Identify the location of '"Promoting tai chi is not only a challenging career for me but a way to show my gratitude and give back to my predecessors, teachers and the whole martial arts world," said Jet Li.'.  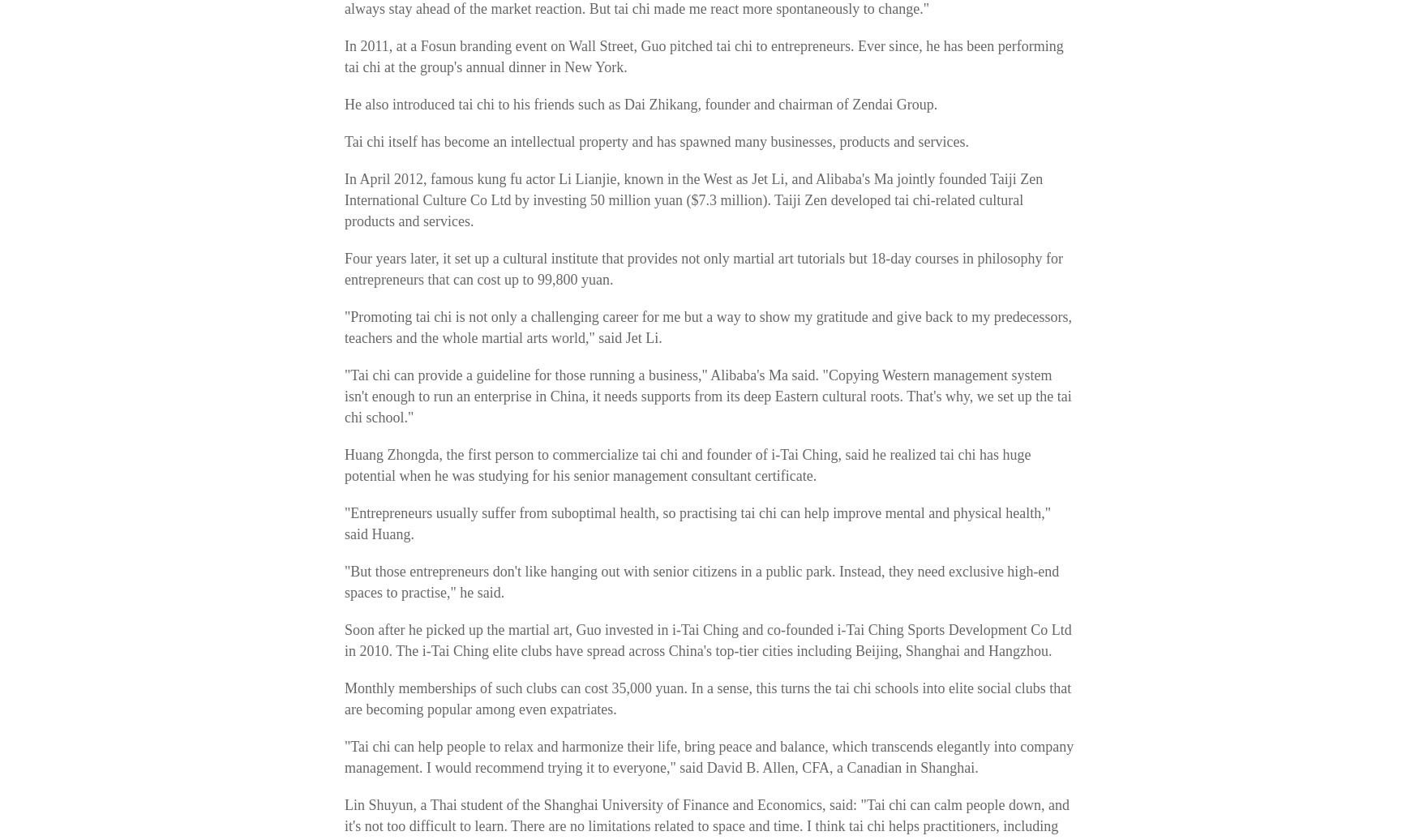
(708, 328).